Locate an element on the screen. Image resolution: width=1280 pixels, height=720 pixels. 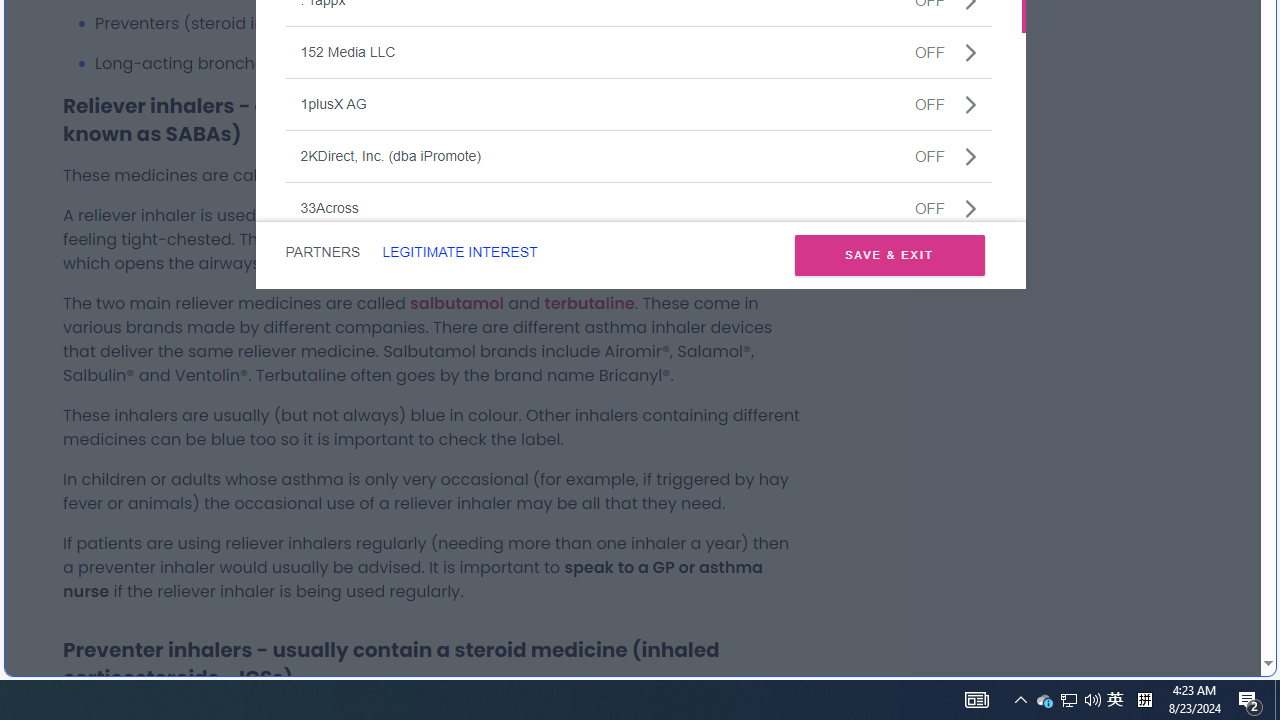
'terbutaline' is located at coordinates (588, 303).